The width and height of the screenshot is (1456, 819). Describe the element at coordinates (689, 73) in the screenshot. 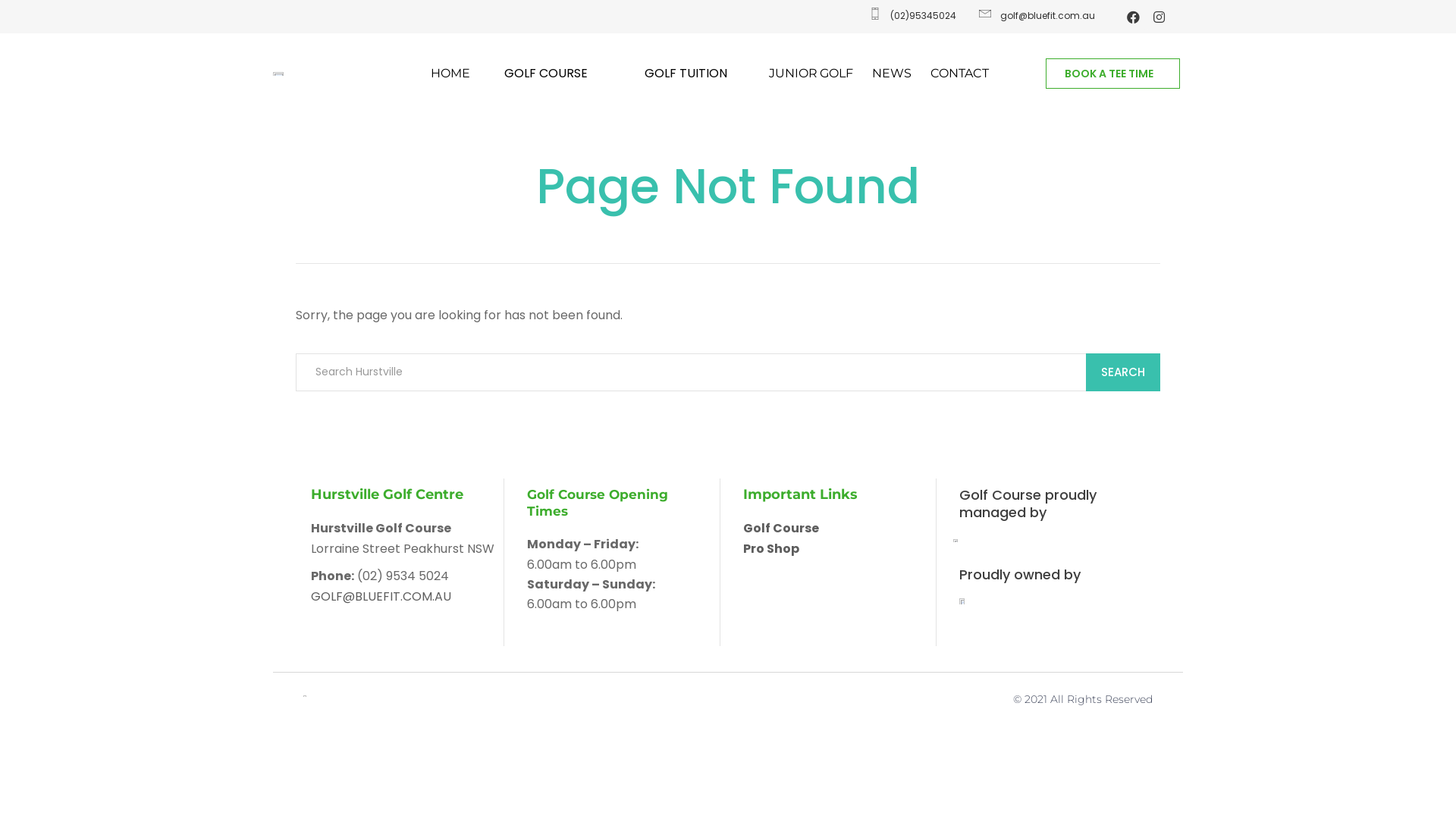

I see `'GOLF TUITION'` at that location.